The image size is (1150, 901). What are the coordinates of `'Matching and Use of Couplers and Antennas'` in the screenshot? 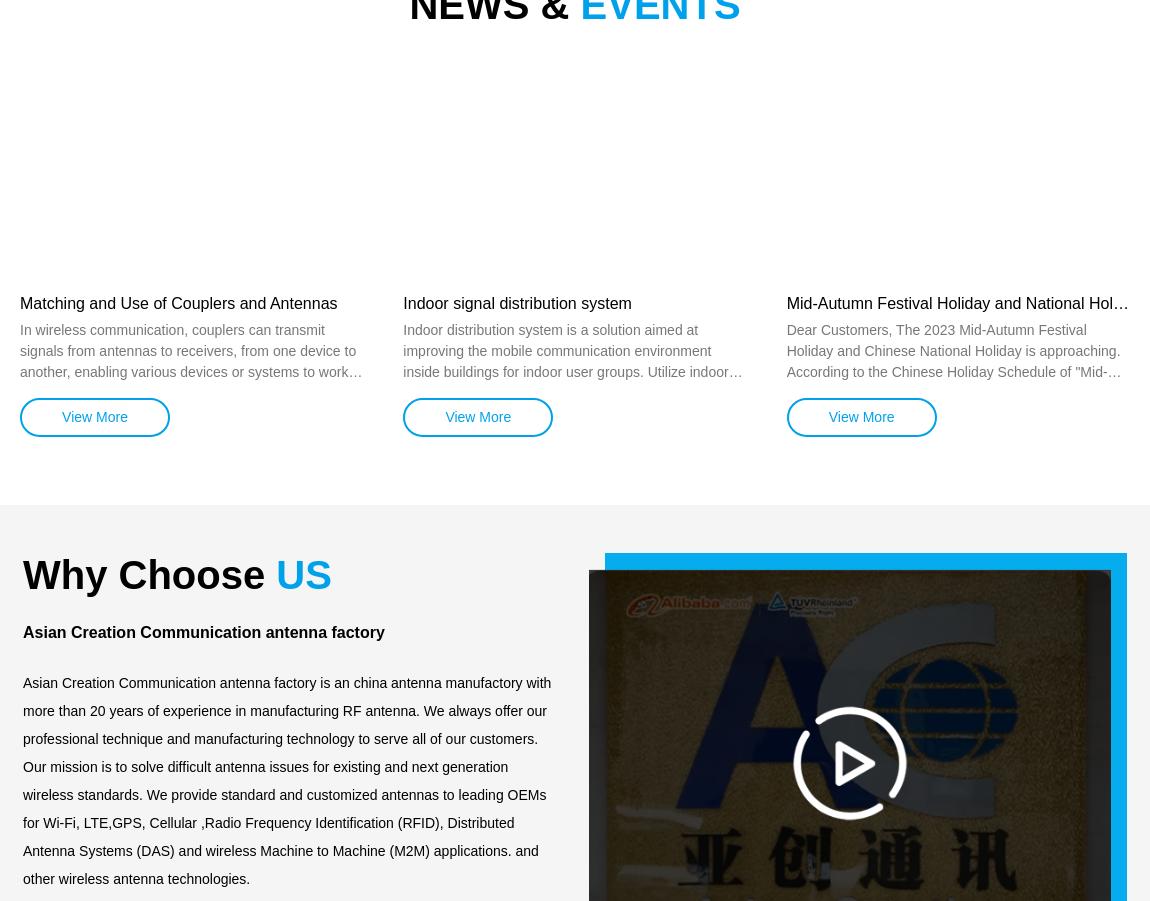 It's located at (19, 302).